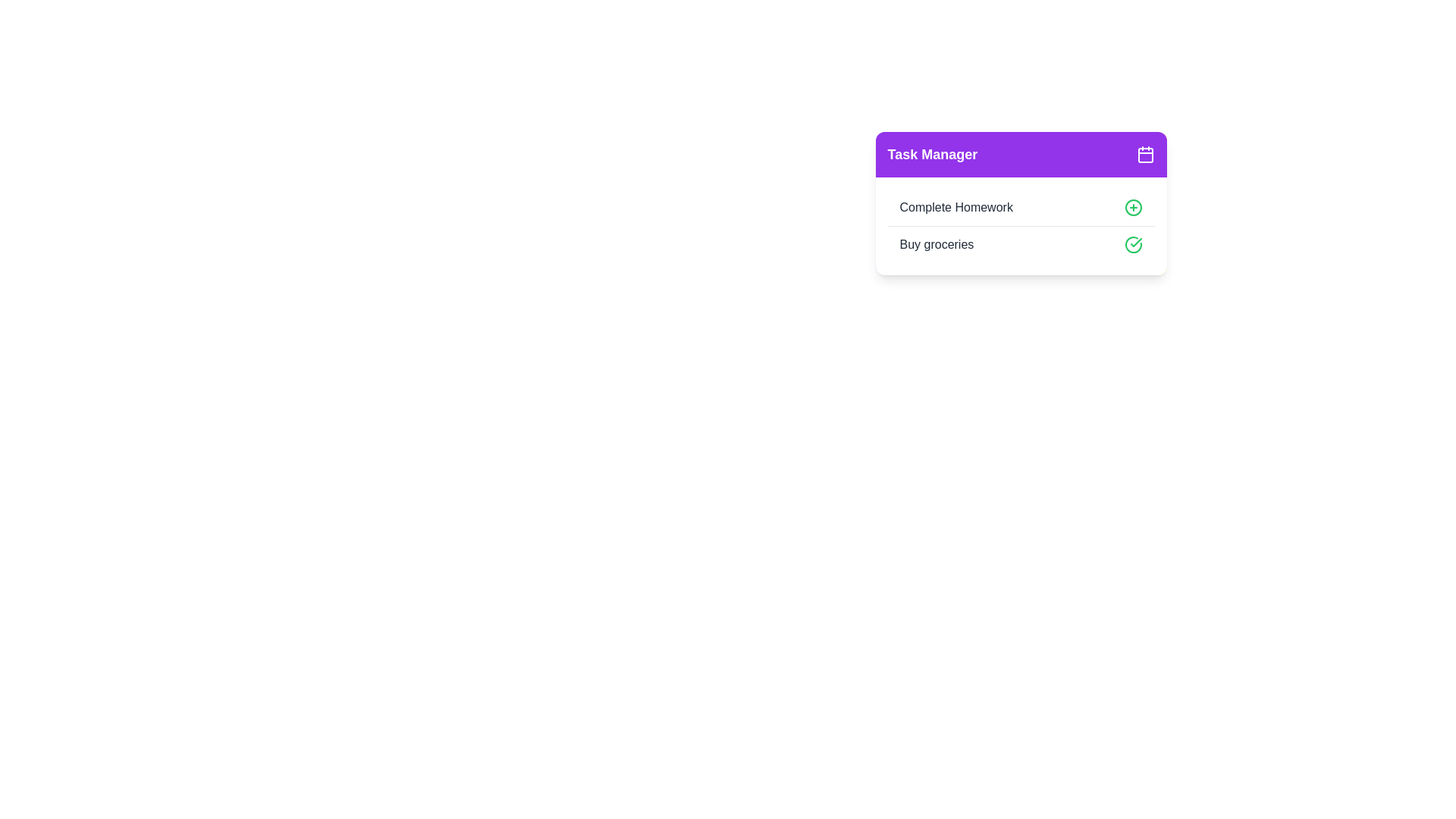  Describe the element at coordinates (1145, 155) in the screenshot. I see `purple calendar icon located in the top-right corner of the 'Task Manager' header` at that location.